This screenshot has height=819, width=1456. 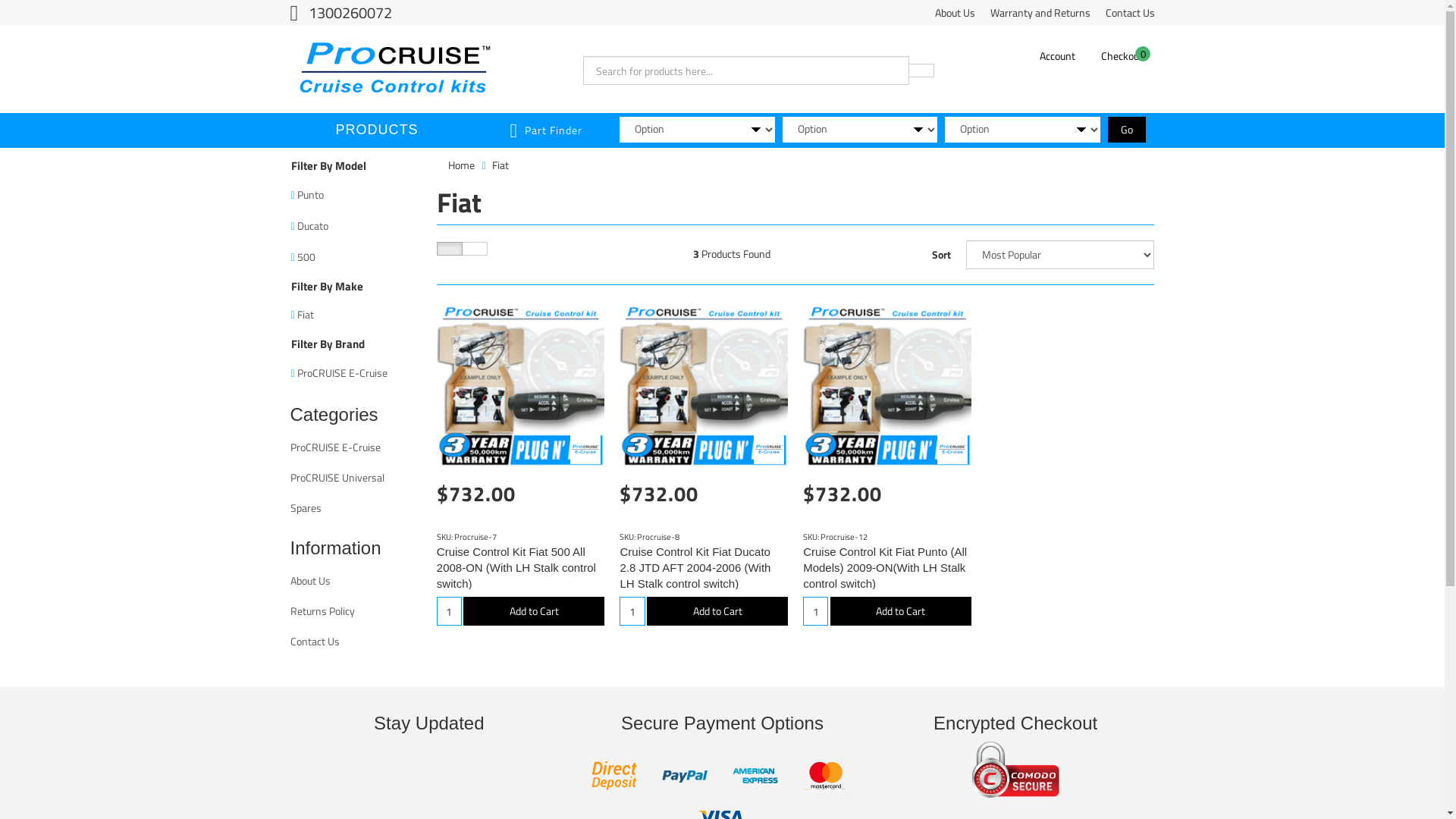 What do you see at coordinates (1040, 12) in the screenshot?
I see `'Warranty and Returns'` at bounding box center [1040, 12].